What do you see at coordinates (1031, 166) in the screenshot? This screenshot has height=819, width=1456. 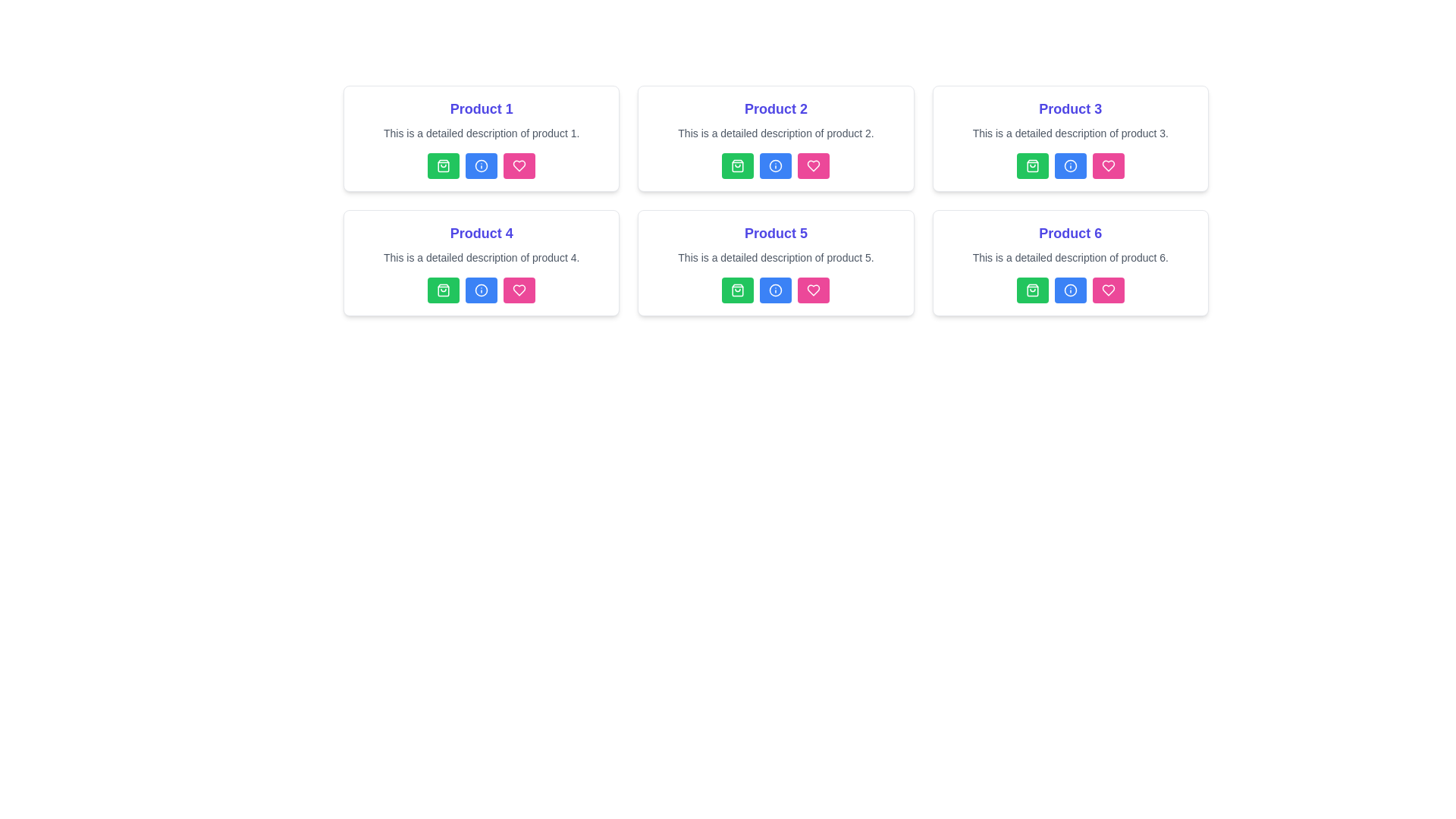 I see `the icon inside the green button that adds 'Product 3' to the shopping bag` at bounding box center [1031, 166].